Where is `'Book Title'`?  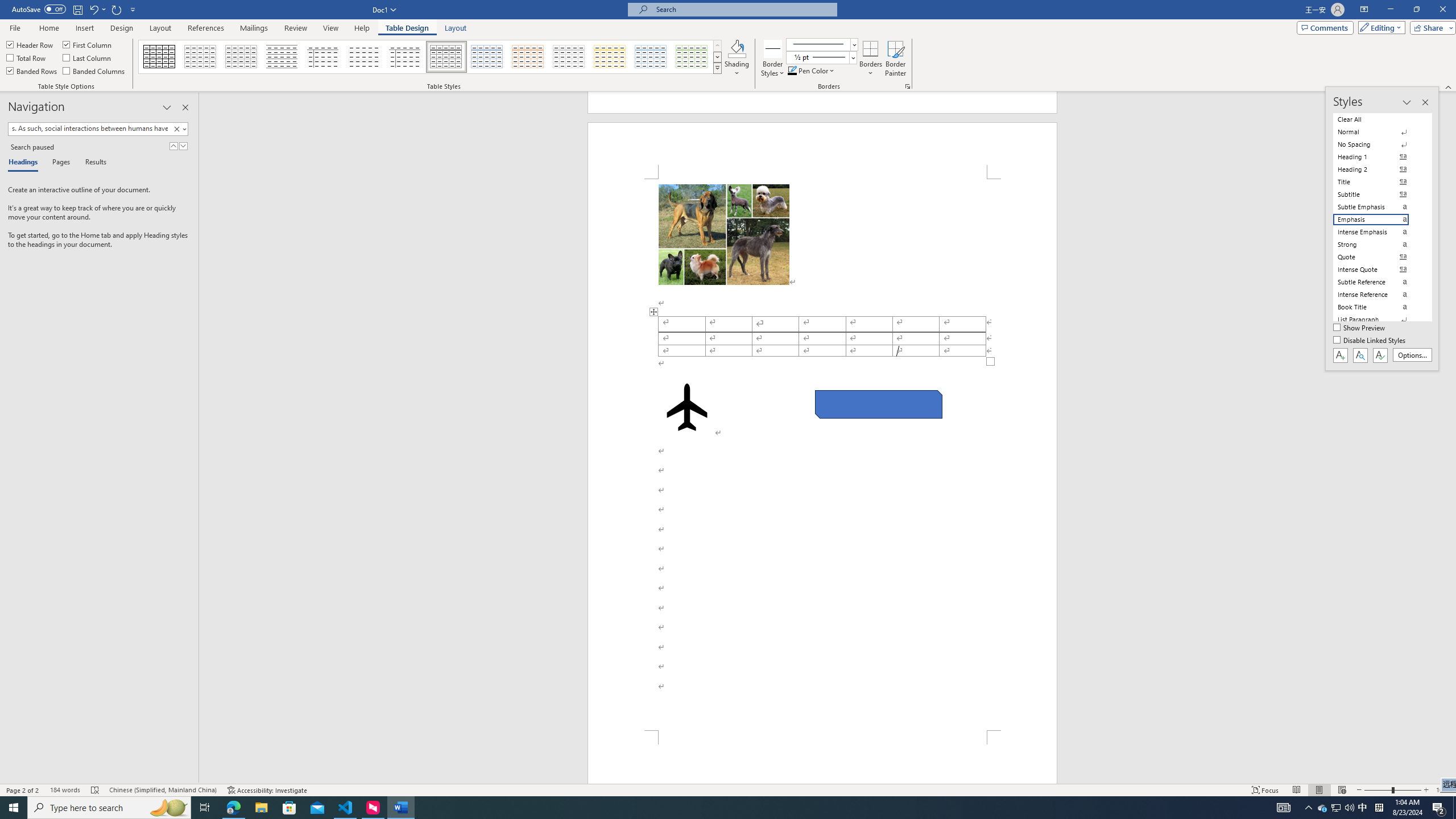 'Book Title' is located at coordinates (1378, 307).